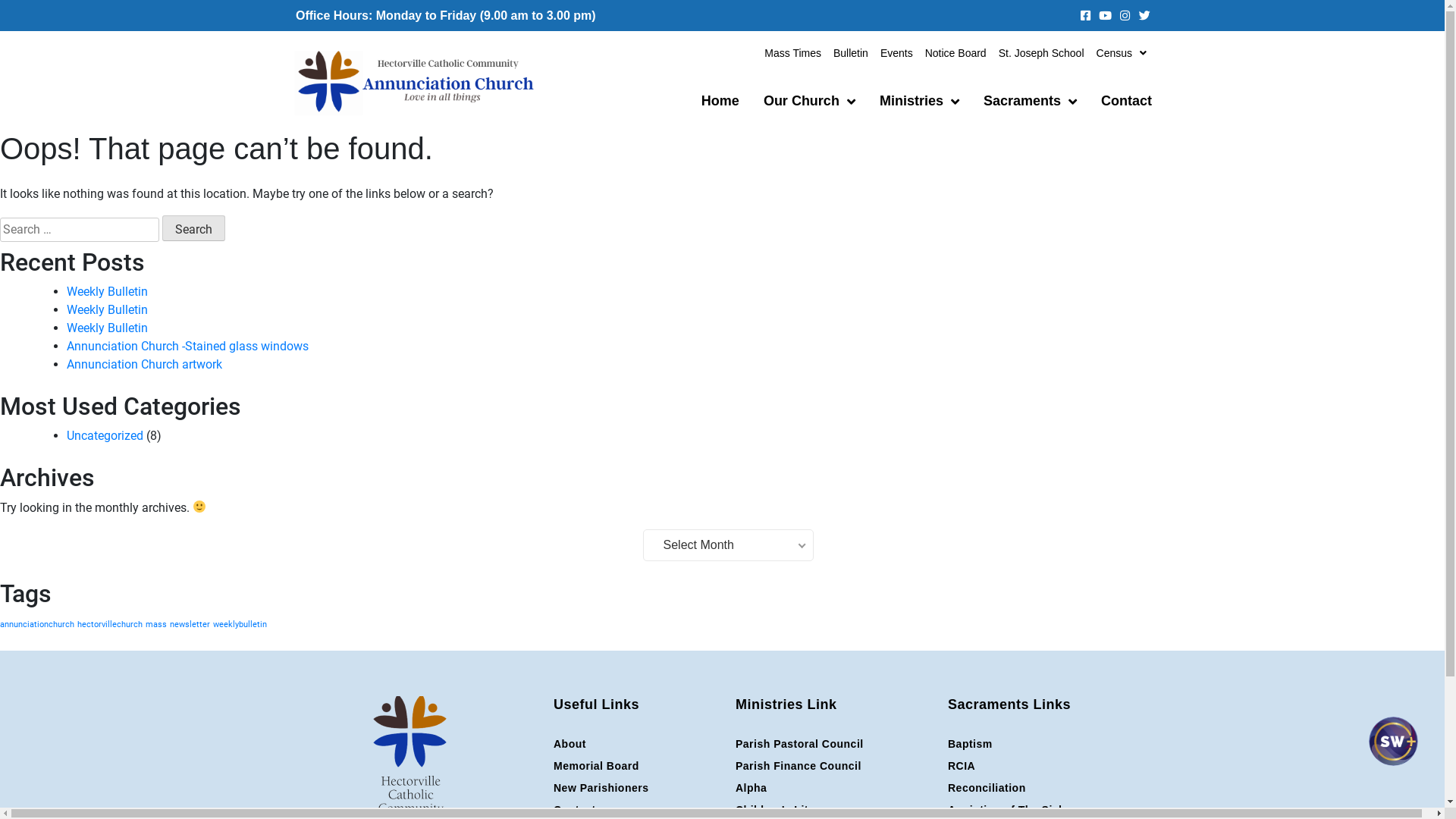 Image resolution: width=1456 pixels, height=819 pixels. Describe the element at coordinates (106, 291) in the screenshot. I see `'Weekly Bulletin'` at that location.